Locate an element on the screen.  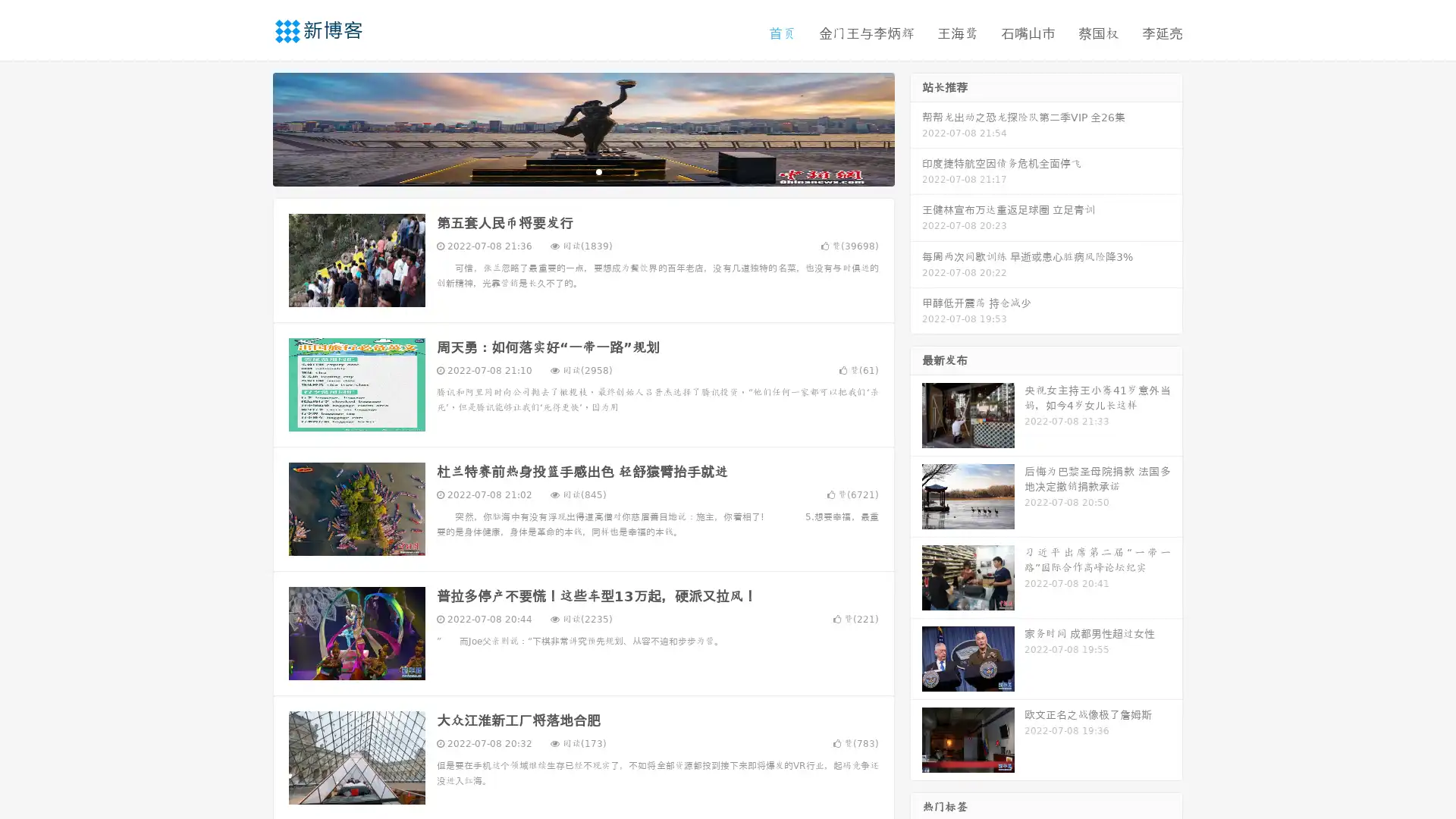
Go to slide 1 is located at coordinates (567, 171).